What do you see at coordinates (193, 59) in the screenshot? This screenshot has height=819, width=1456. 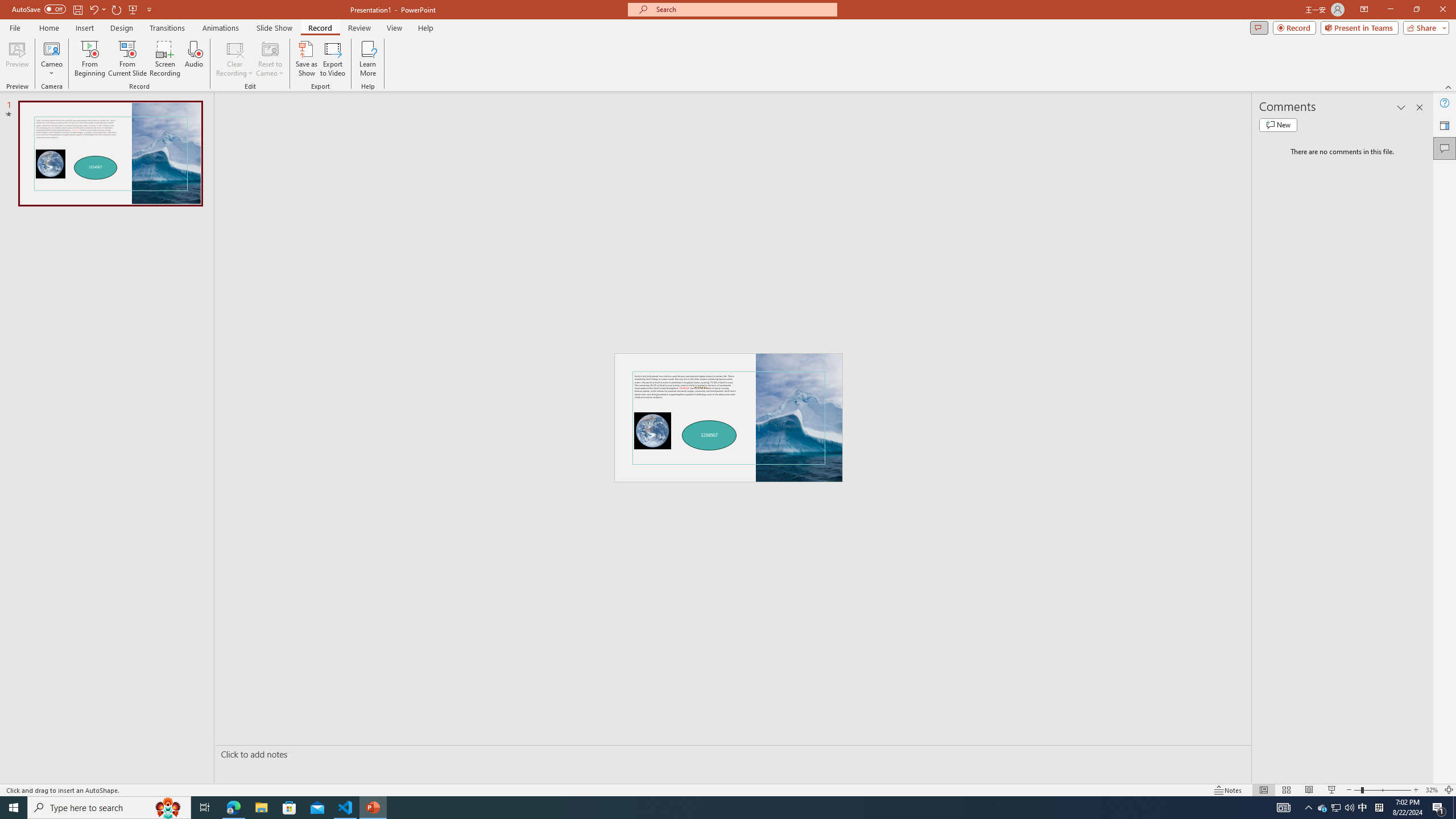 I see `'Audio'` at bounding box center [193, 59].